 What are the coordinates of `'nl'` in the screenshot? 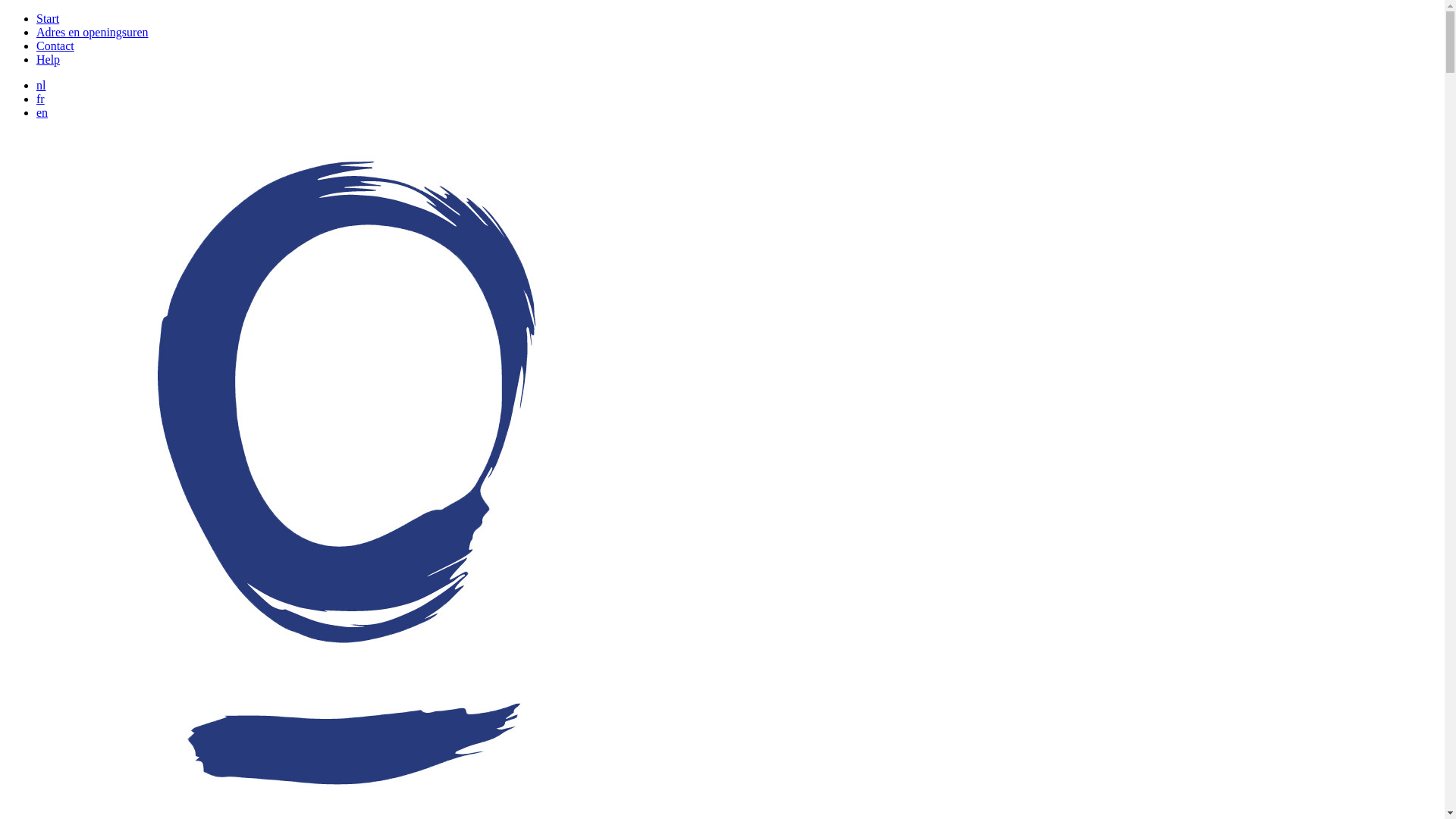 It's located at (40, 85).